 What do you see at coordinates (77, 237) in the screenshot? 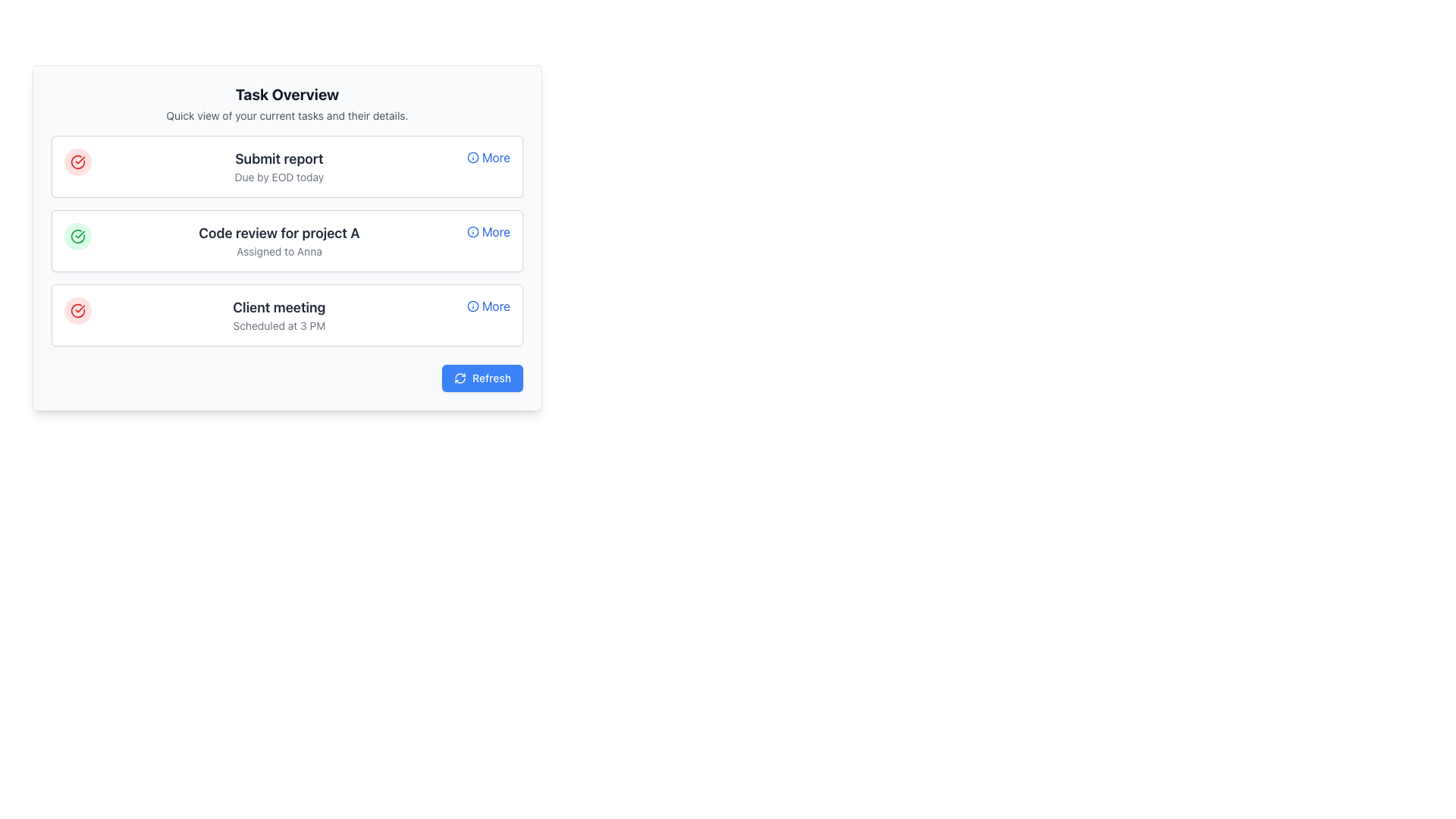
I see `the circular green icon button with a checkmark, which is the second icon` at bounding box center [77, 237].